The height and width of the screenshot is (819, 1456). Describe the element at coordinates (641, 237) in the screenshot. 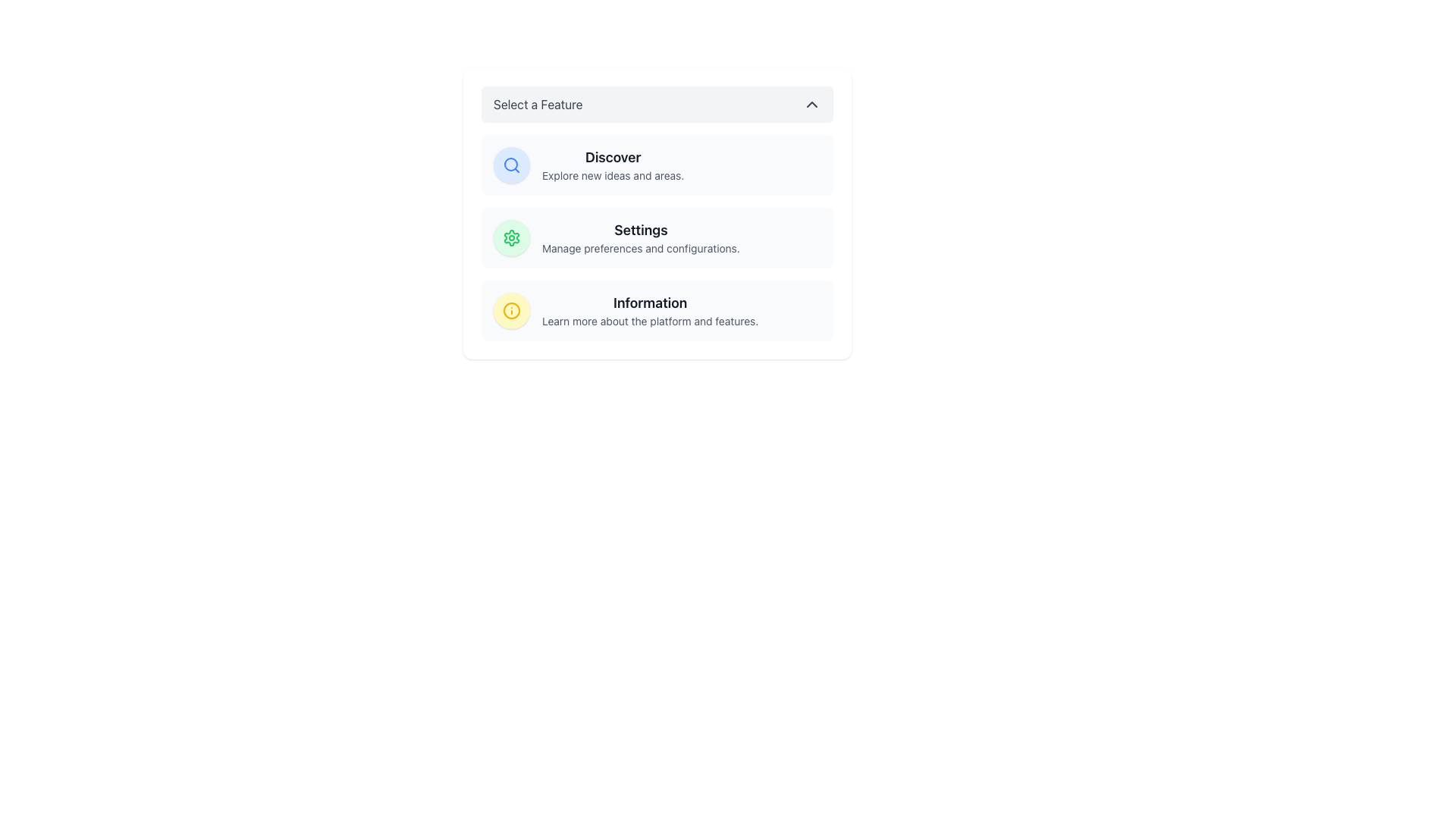

I see `the second item in the vertical list of options labeled 'Select a Feature' which allows navigation to settings or management of preferences` at that location.